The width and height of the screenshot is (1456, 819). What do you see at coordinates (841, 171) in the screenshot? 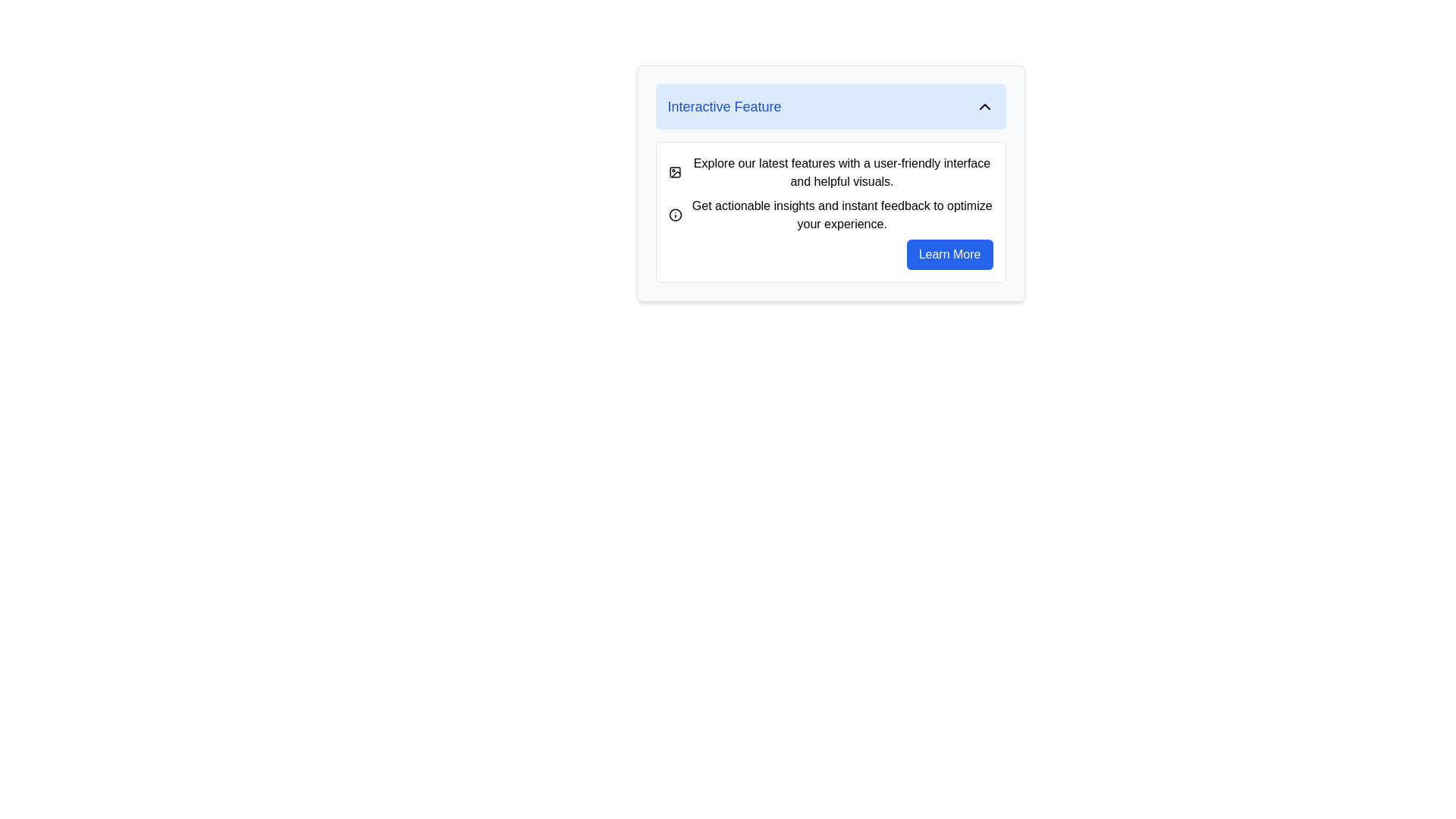
I see `the text block displaying the sentence 'Explore our latest features with a user-friendly interface and helpful visuals.' located in the 'Interactive Feature' section` at bounding box center [841, 171].